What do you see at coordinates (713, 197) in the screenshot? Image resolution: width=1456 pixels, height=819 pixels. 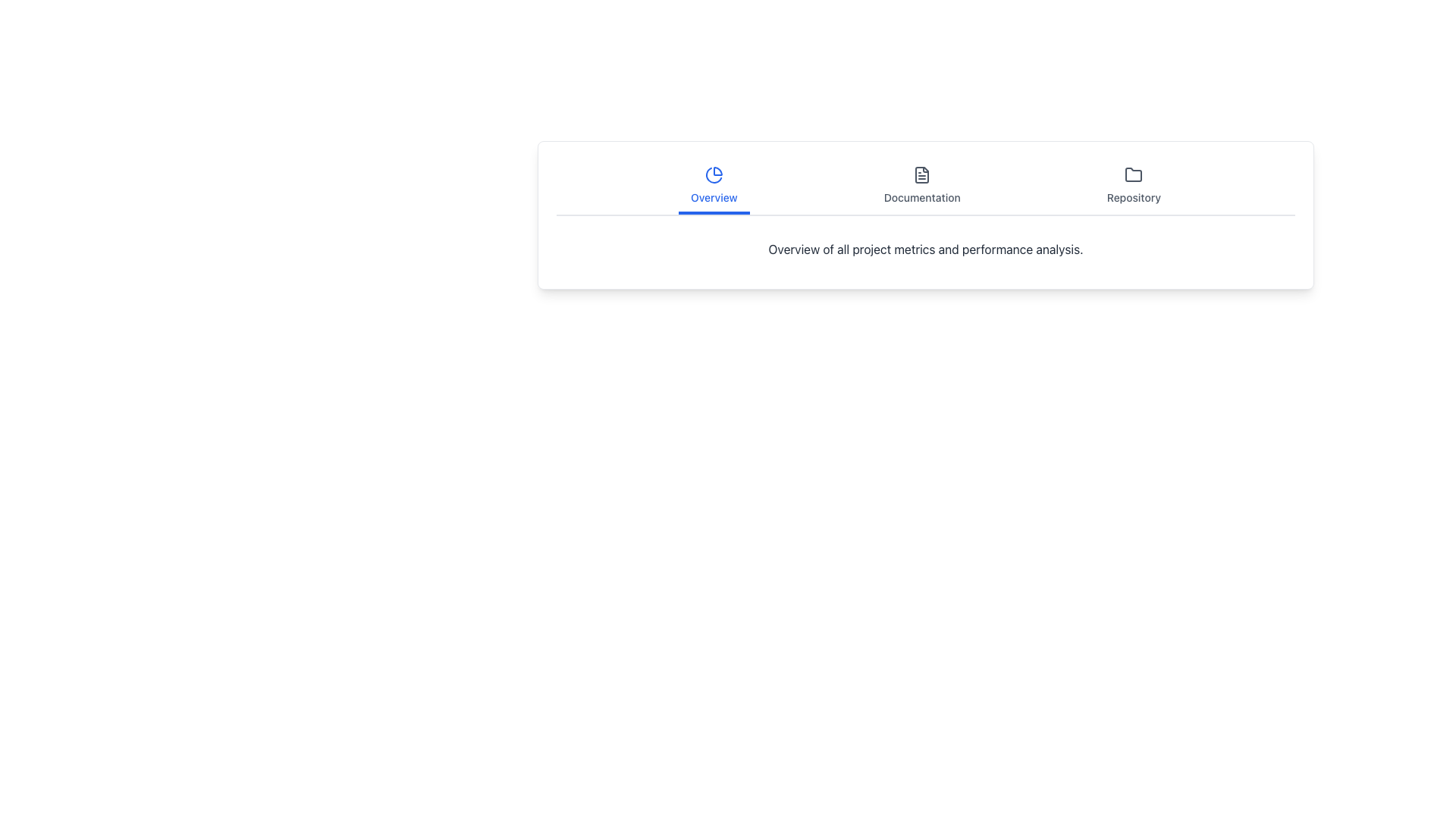 I see `the 'Overview' tab label, which is positioned centrally below the pie chart icon in the tab navigation layout` at bounding box center [713, 197].